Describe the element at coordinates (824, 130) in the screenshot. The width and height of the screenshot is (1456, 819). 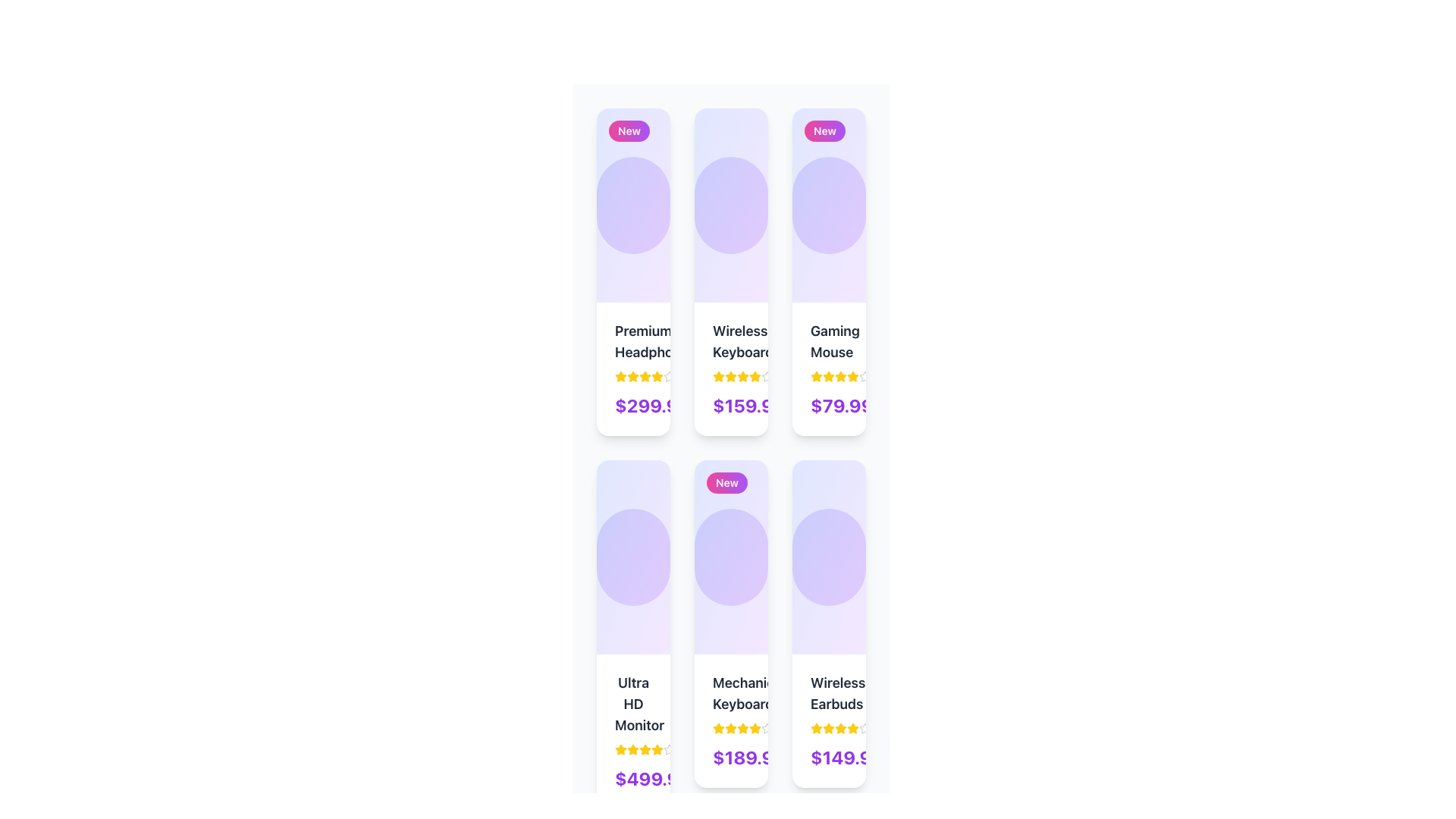
I see `the 'new' badge located in the top-left corner of the third card in a three-column layout, which serves as a label` at that location.